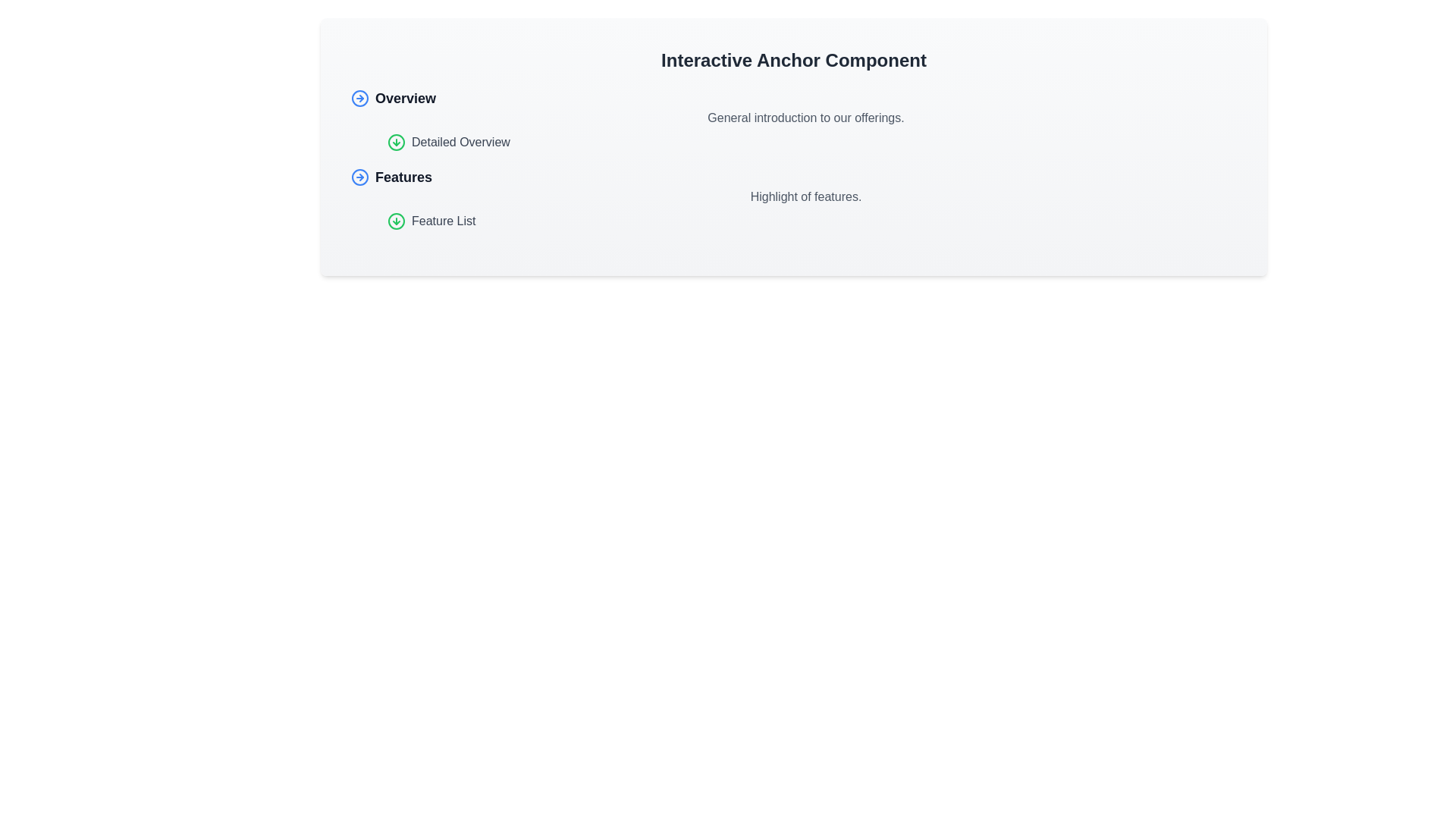 Image resolution: width=1456 pixels, height=819 pixels. Describe the element at coordinates (397, 221) in the screenshot. I see `the green circular icon with a downward arrow inside it, located to the left of the text 'Feature List' in the 'Features' section` at that location.